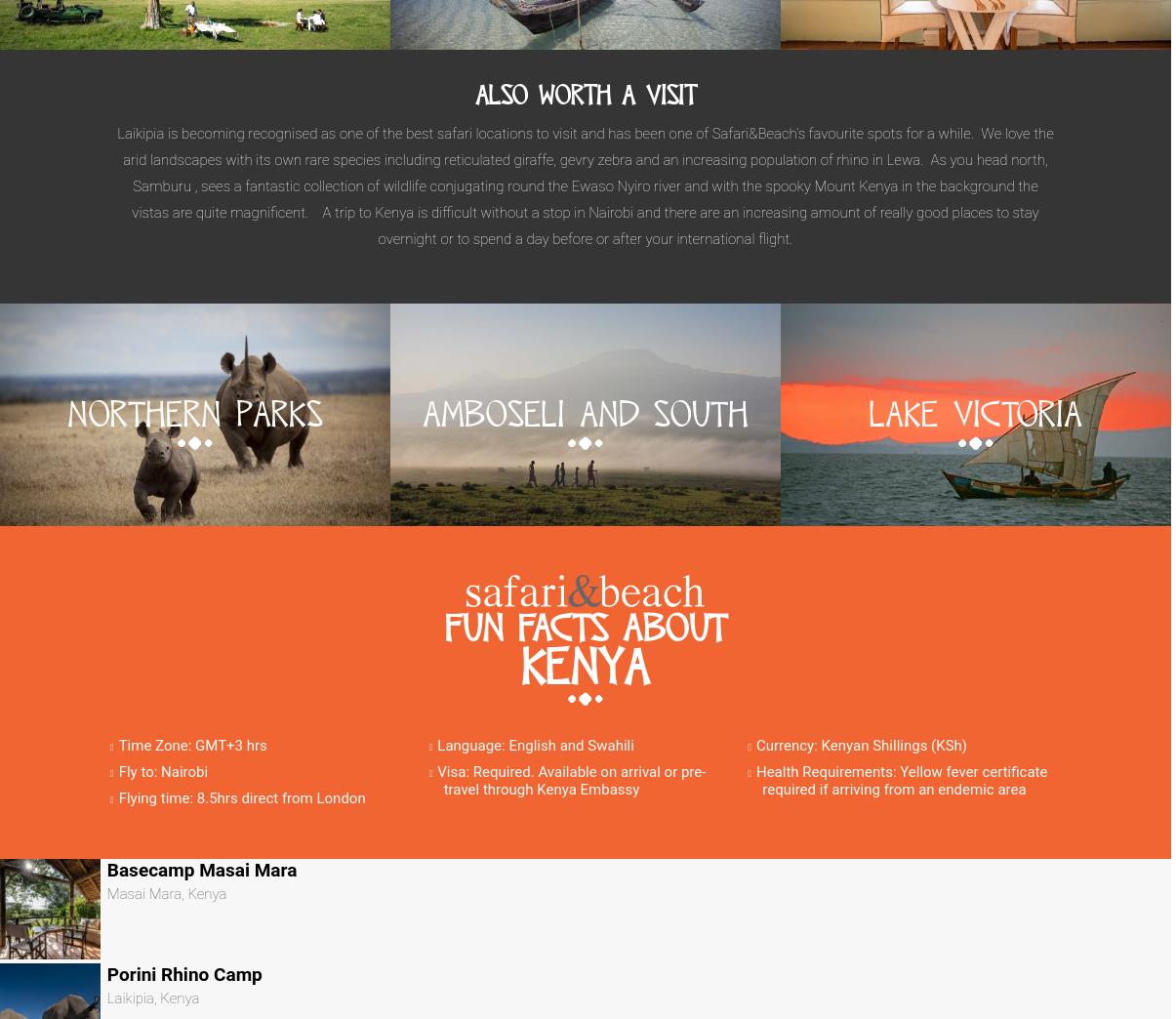  What do you see at coordinates (162, 769) in the screenshot?
I see `'Fly to: Nairobi'` at bounding box center [162, 769].